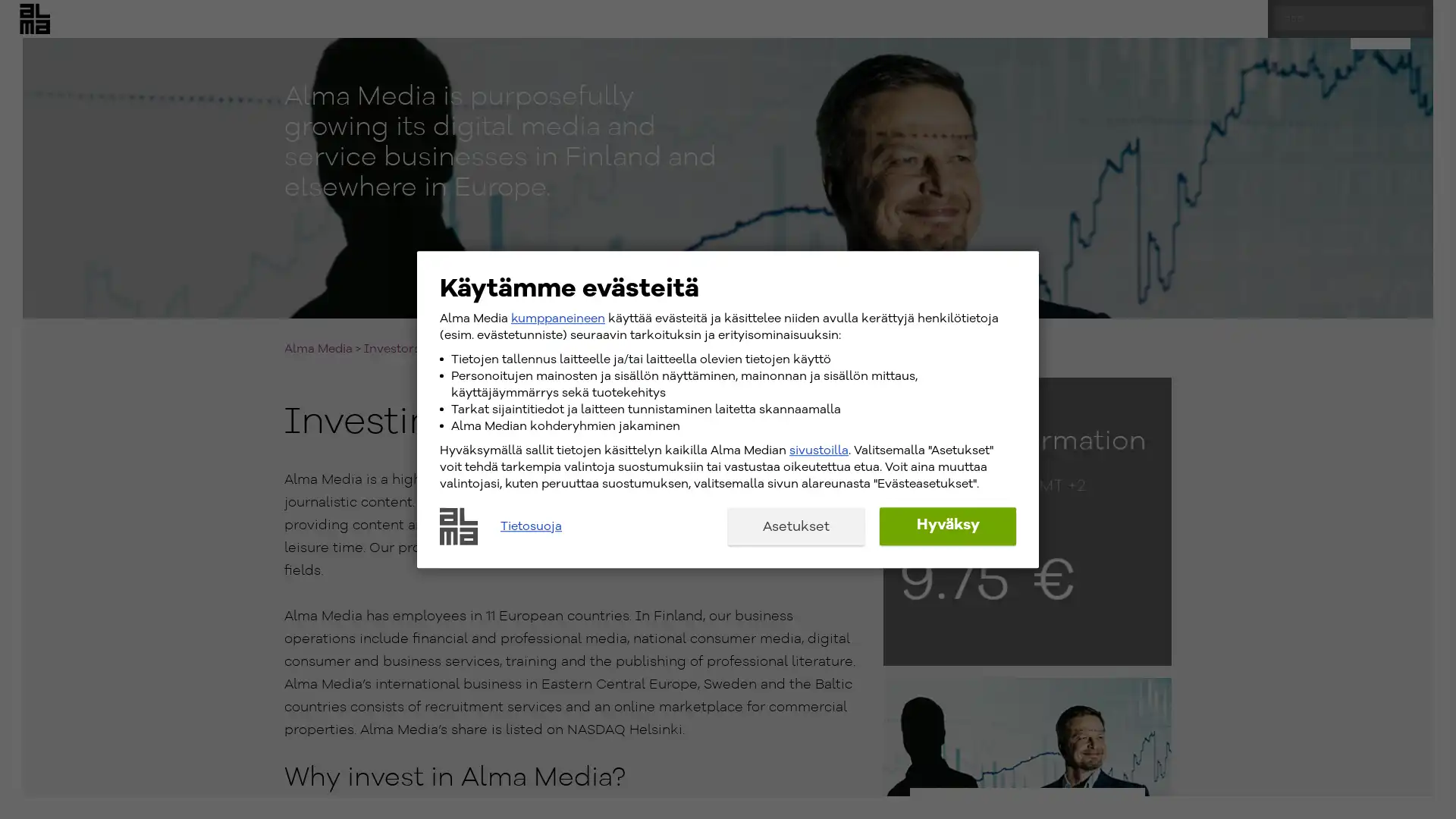  What do you see at coordinates (946, 525) in the screenshot?
I see `Hyvaksy` at bounding box center [946, 525].